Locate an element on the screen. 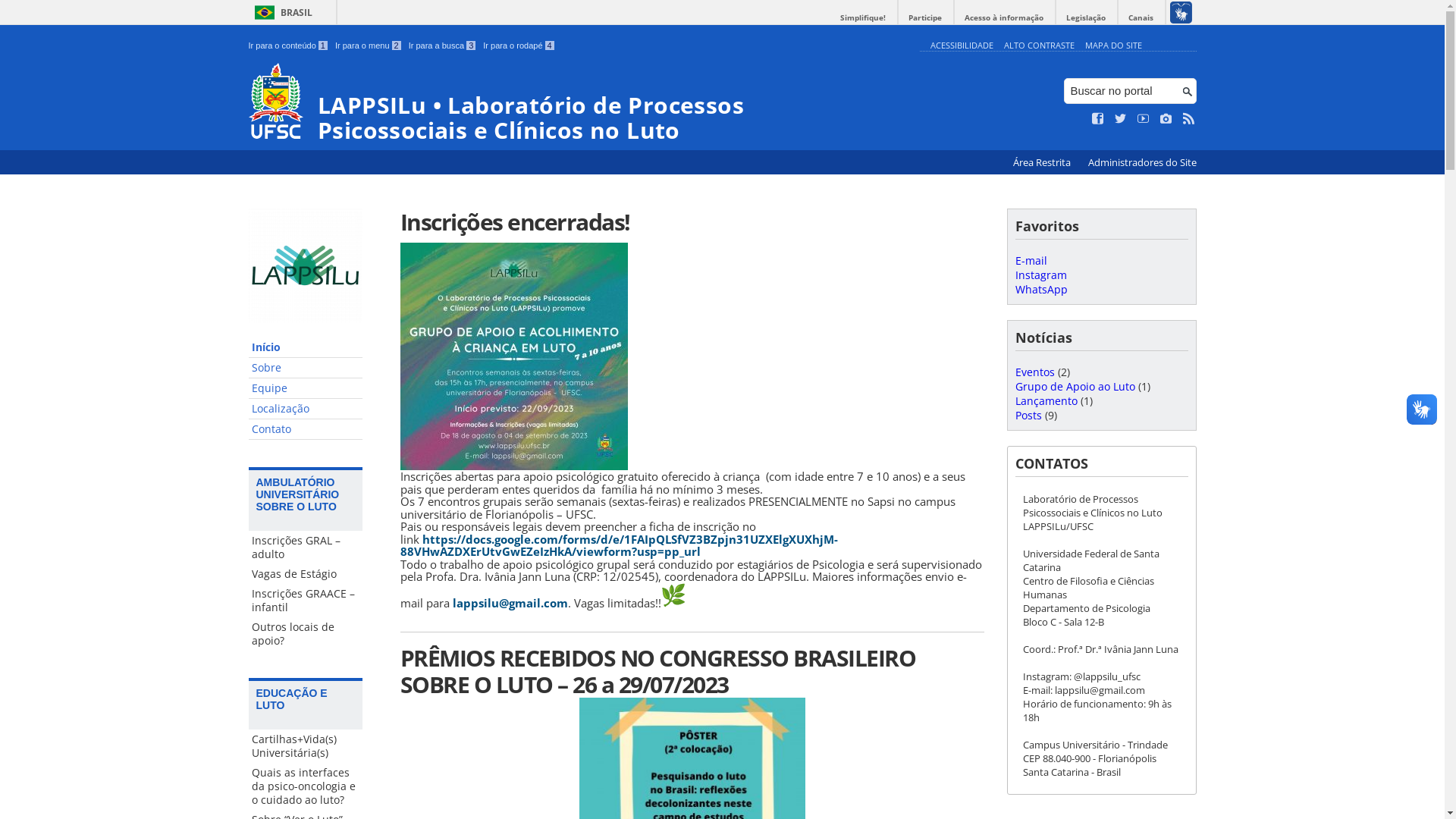  'Equipe' is located at coordinates (305, 388).